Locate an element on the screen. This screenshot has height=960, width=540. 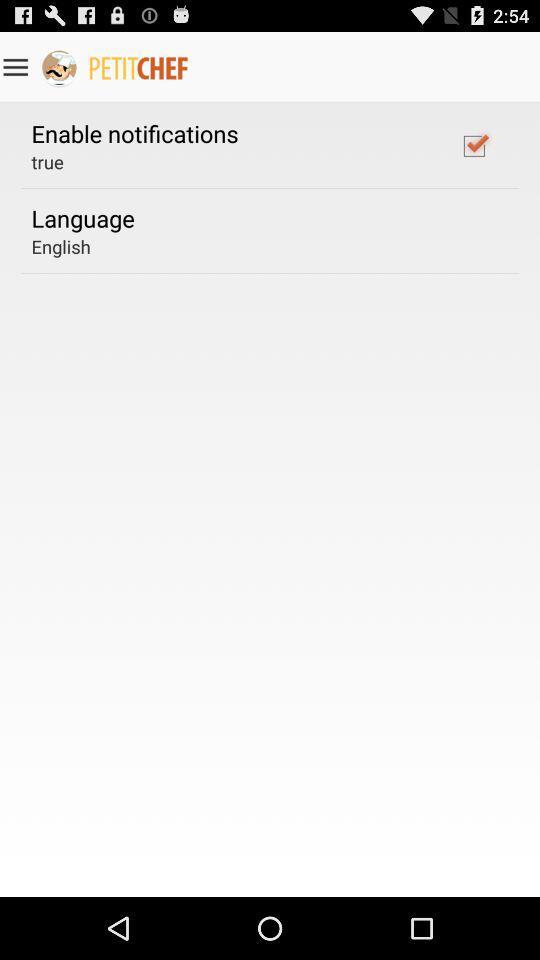
icon at the top right corner is located at coordinates (473, 144).